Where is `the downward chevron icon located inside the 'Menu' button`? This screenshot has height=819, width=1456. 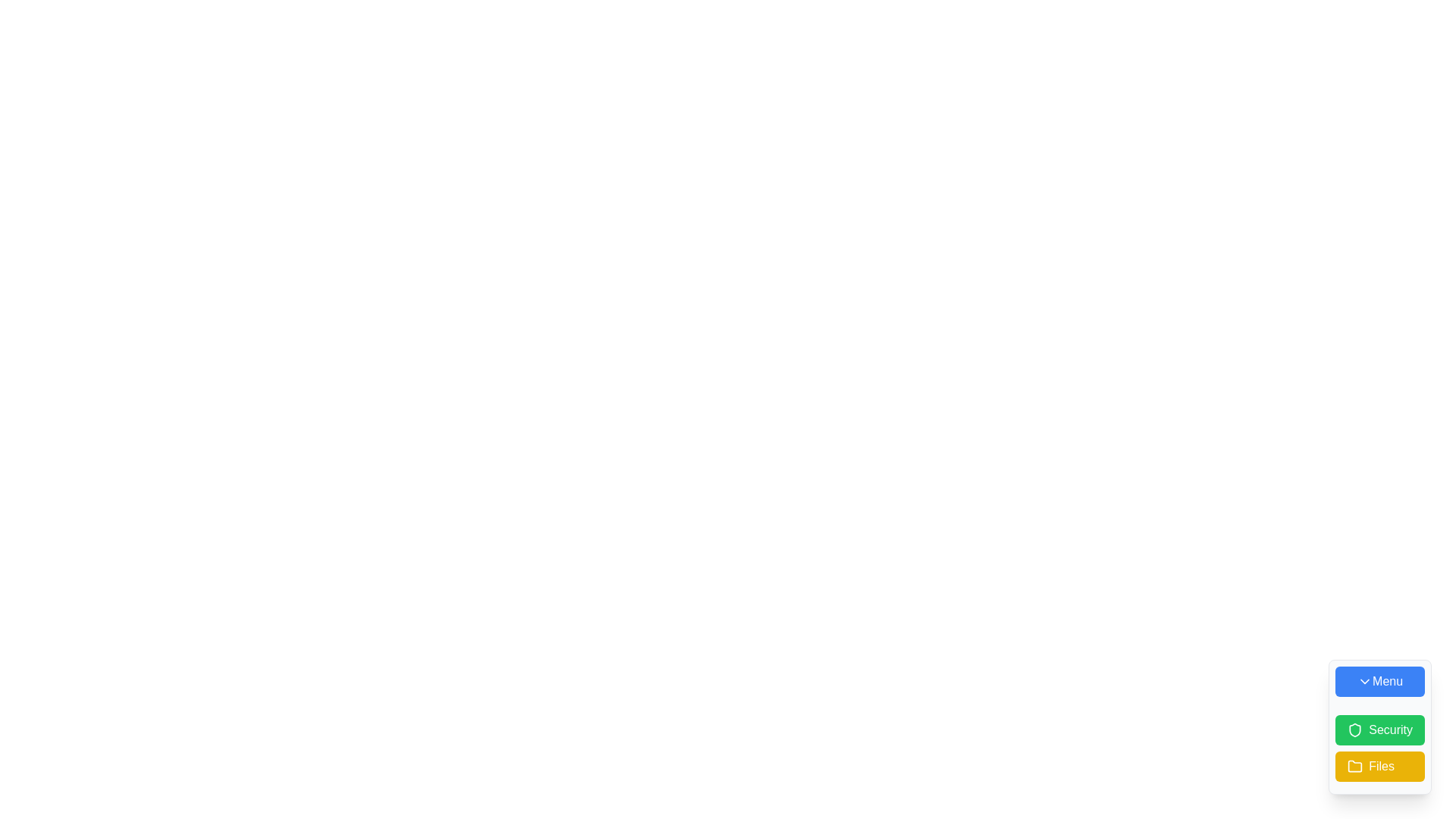 the downward chevron icon located inside the 'Menu' button is located at coordinates (1365, 680).